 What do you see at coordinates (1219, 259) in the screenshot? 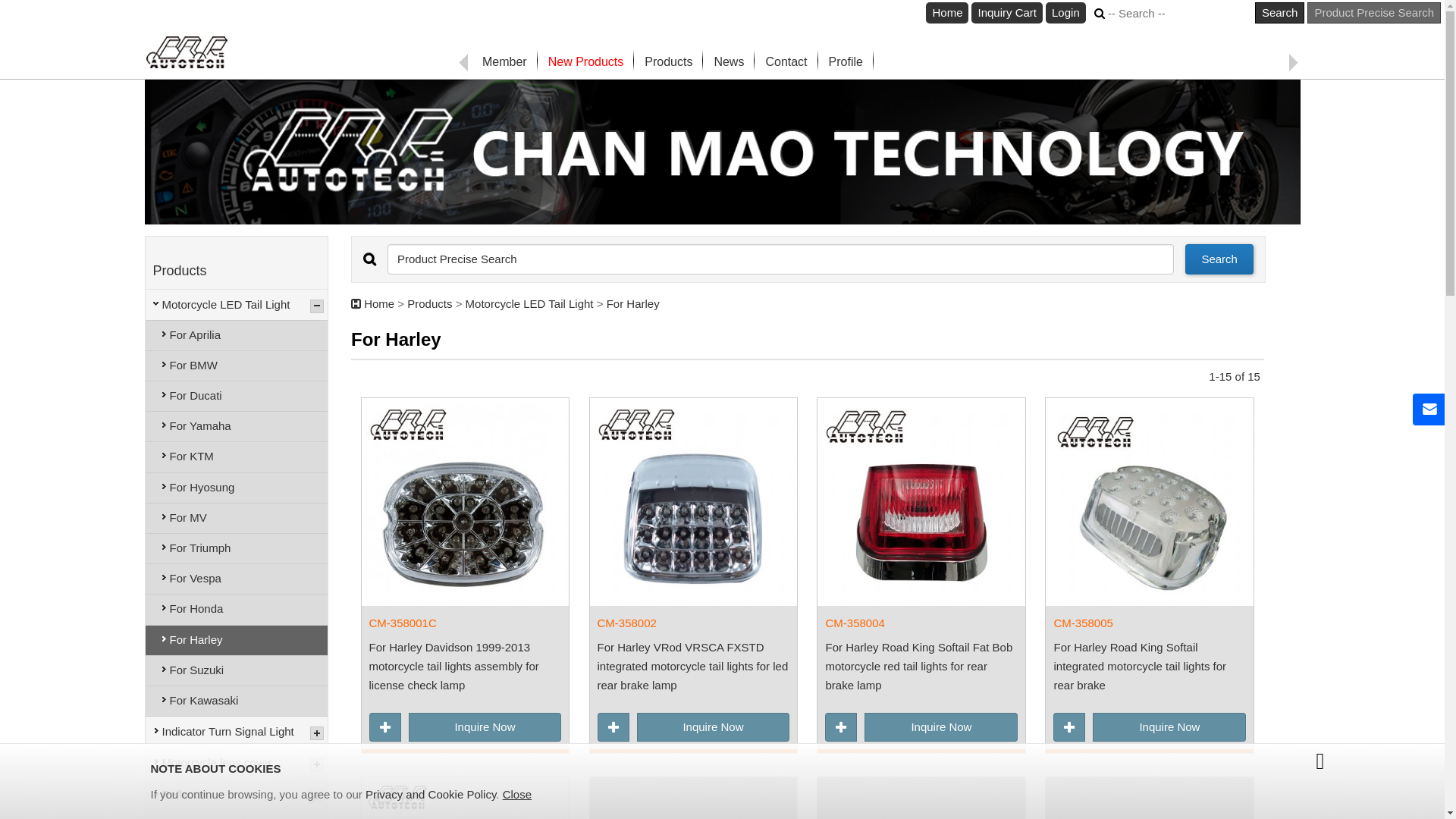
I see `'Search'` at bounding box center [1219, 259].